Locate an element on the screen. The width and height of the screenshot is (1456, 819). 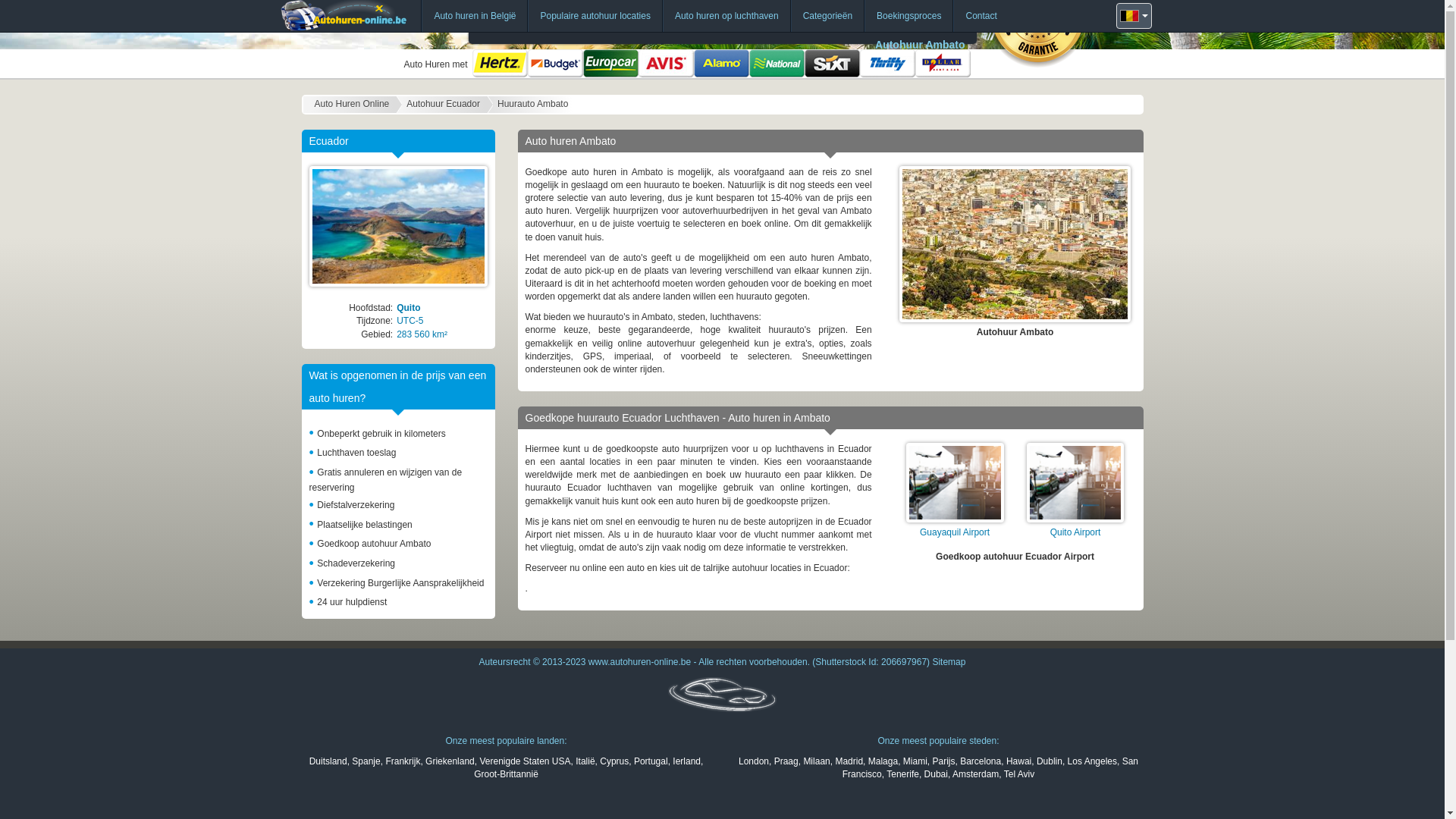
'Sitemap' is located at coordinates (948, 661).